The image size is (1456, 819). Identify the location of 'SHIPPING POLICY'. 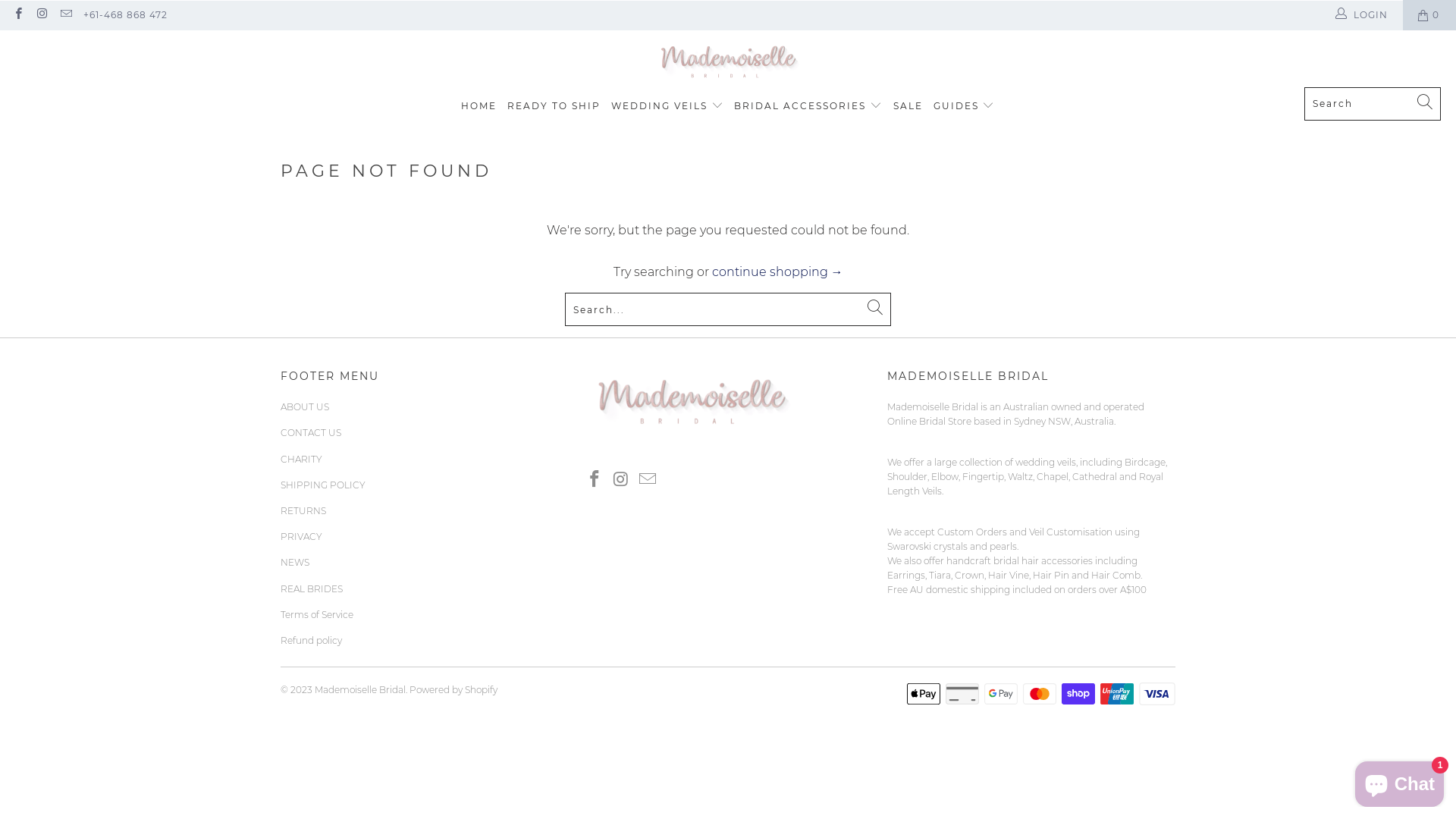
(322, 485).